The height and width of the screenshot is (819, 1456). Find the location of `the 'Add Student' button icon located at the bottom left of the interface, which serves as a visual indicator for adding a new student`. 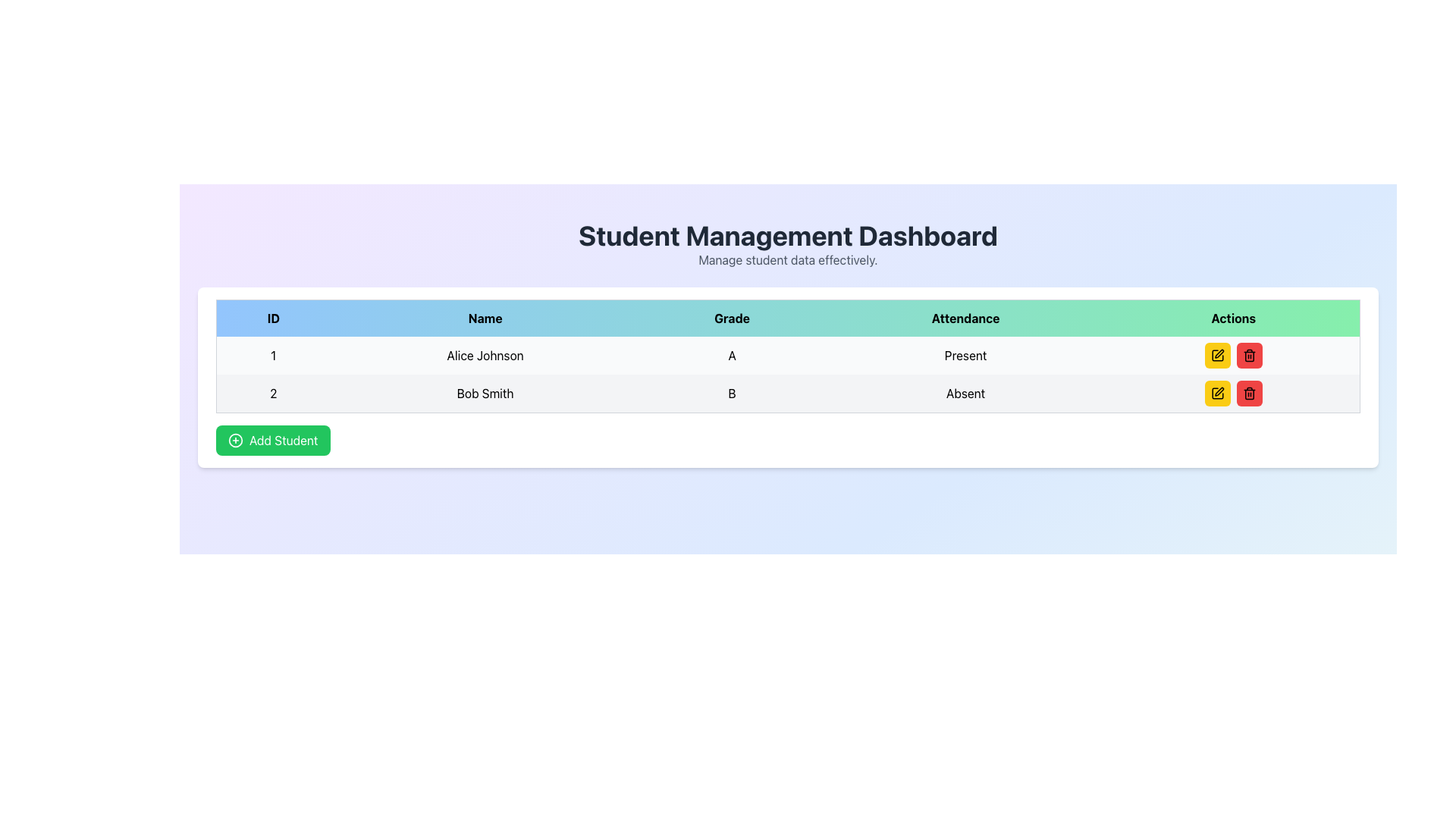

the 'Add Student' button icon located at the bottom left of the interface, which serves as a visual indicator for adding a new student is located at coordinates (235, 441).